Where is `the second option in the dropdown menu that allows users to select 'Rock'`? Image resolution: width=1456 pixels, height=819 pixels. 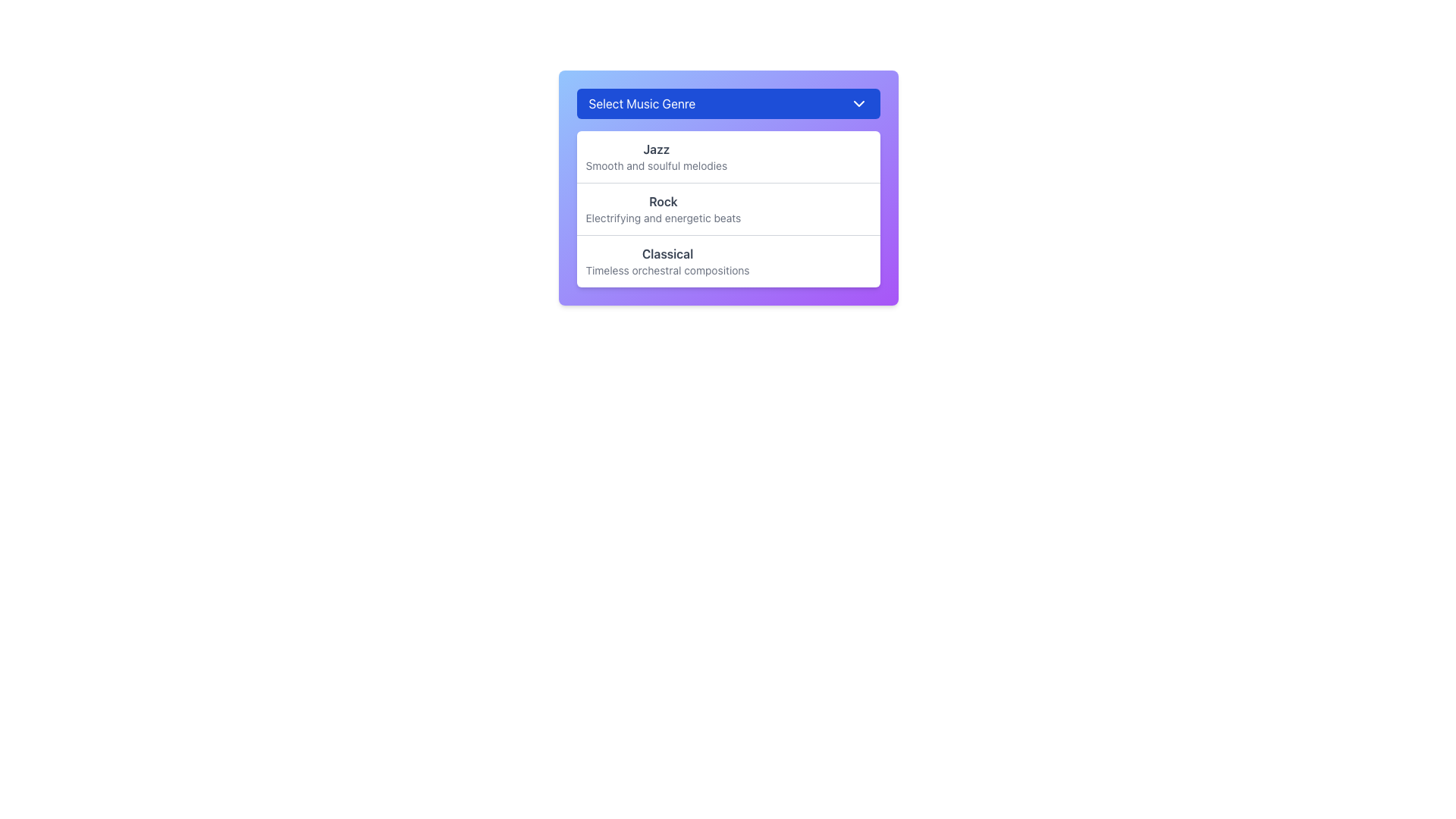 the second option in the dropdown menu that allows users to select 'Rock' is located at coordinates (728, 187).